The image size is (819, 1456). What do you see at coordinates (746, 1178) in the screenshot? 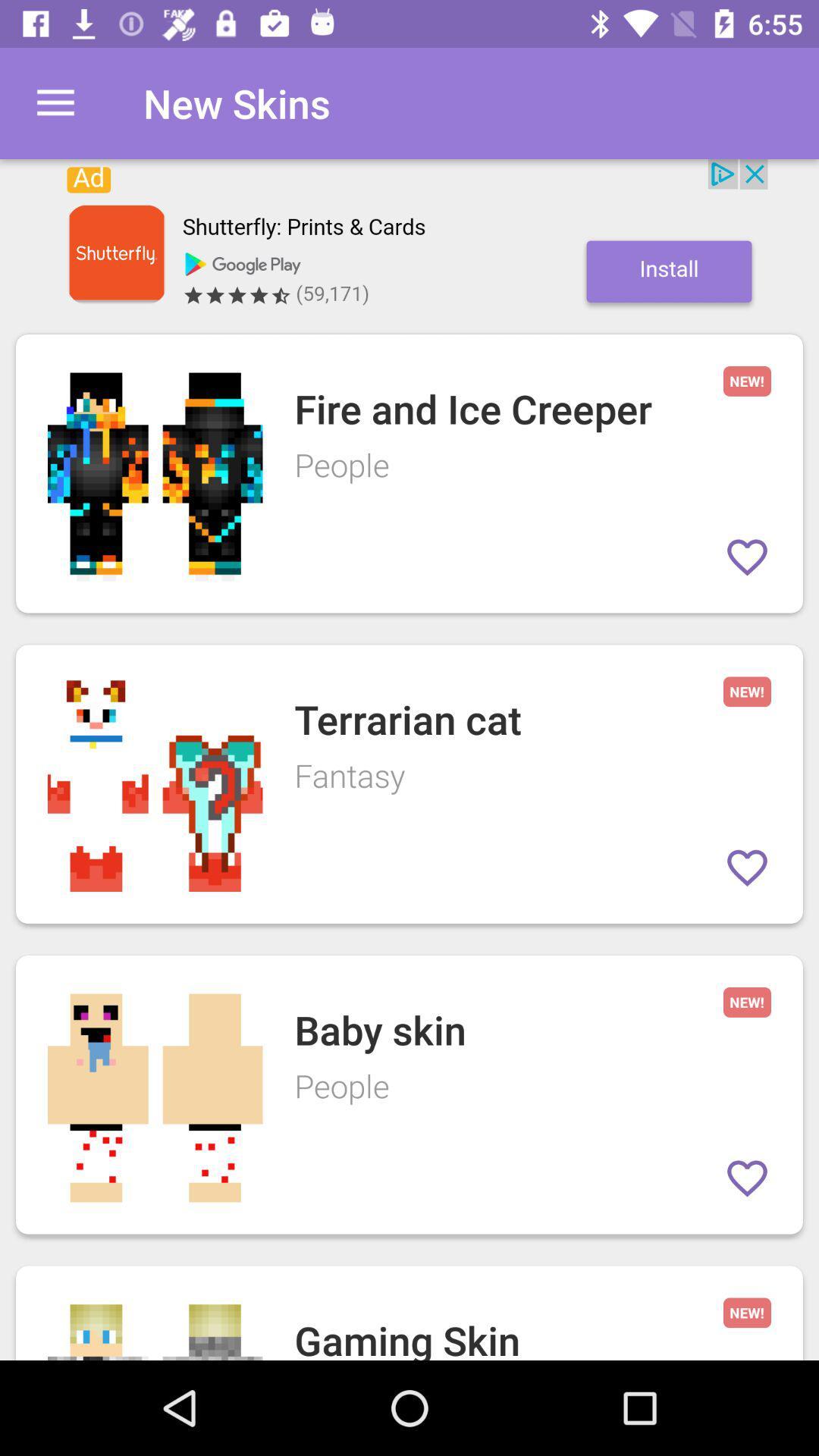
I see `love this content` at bounding box center [746, 1178].